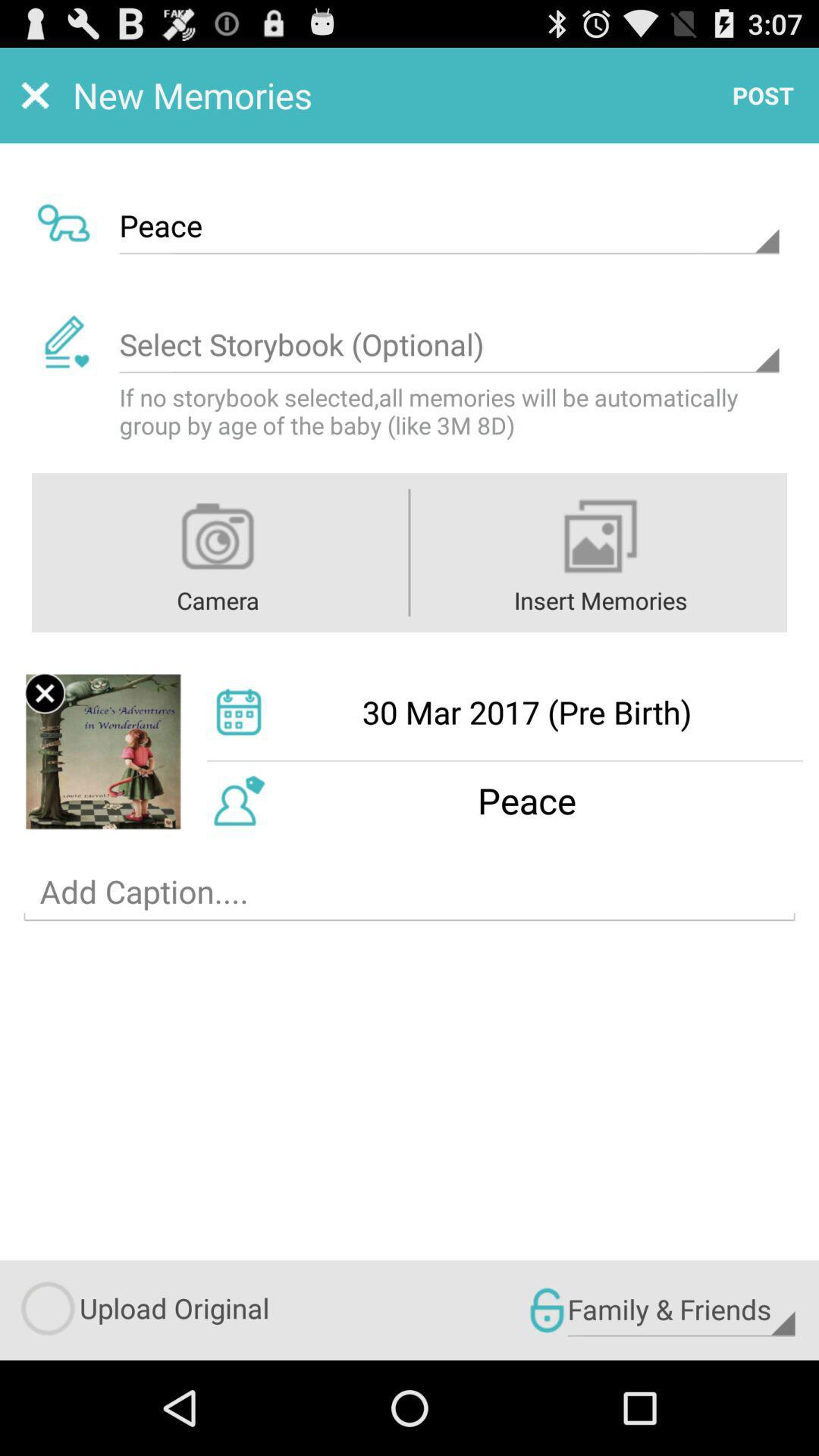 This screenshot has height=1456, width=819. What do you see at coordinates (448, 344) in the screenshot?
I see `storybook` at bounding box center [448, 344].